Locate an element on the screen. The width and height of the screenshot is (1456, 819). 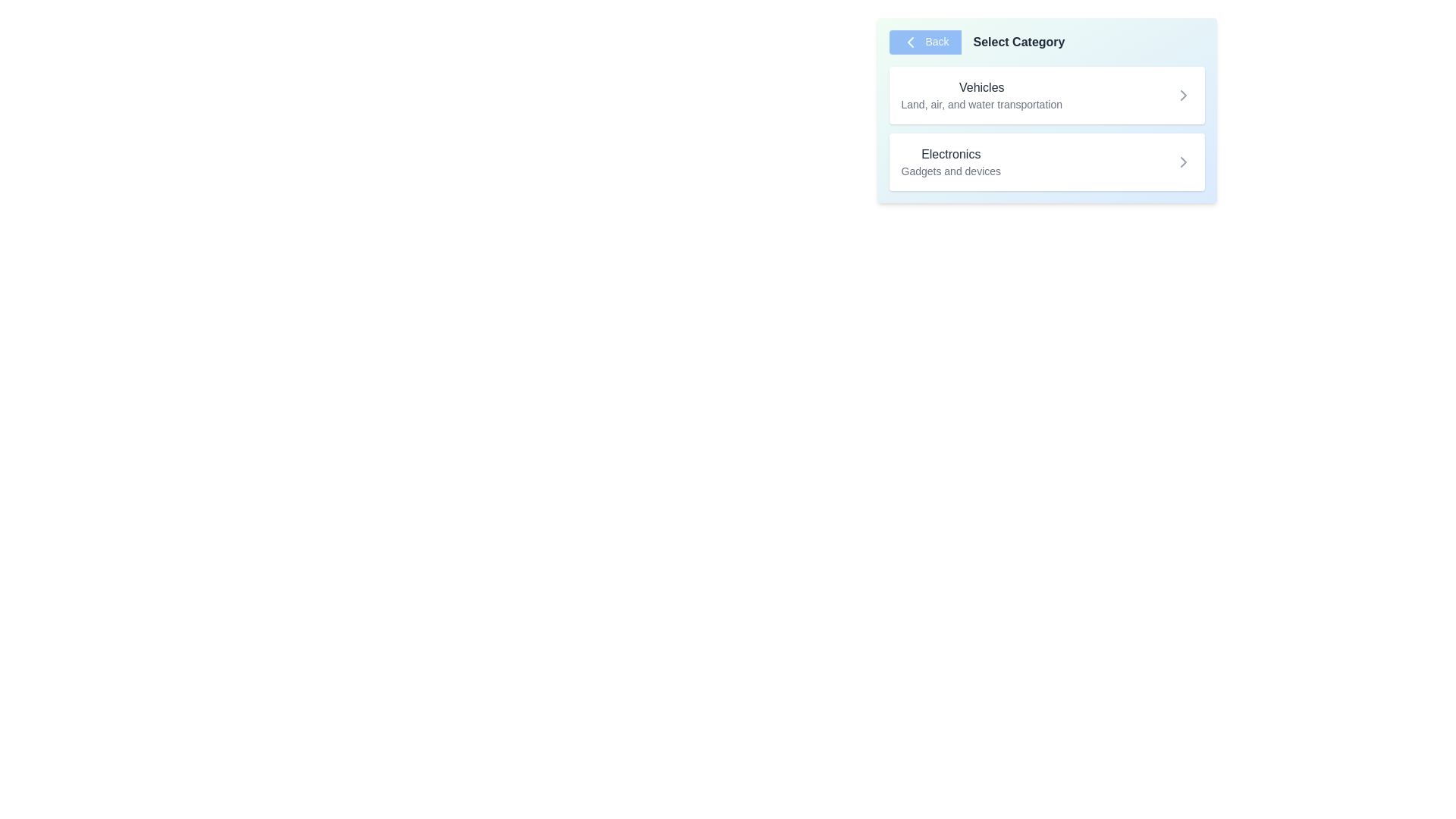
the text label displaying 'Select Category', which is bold and gray, located in the toolbar section to the right of the 'Back' button is located at coordinates (1019, 42).